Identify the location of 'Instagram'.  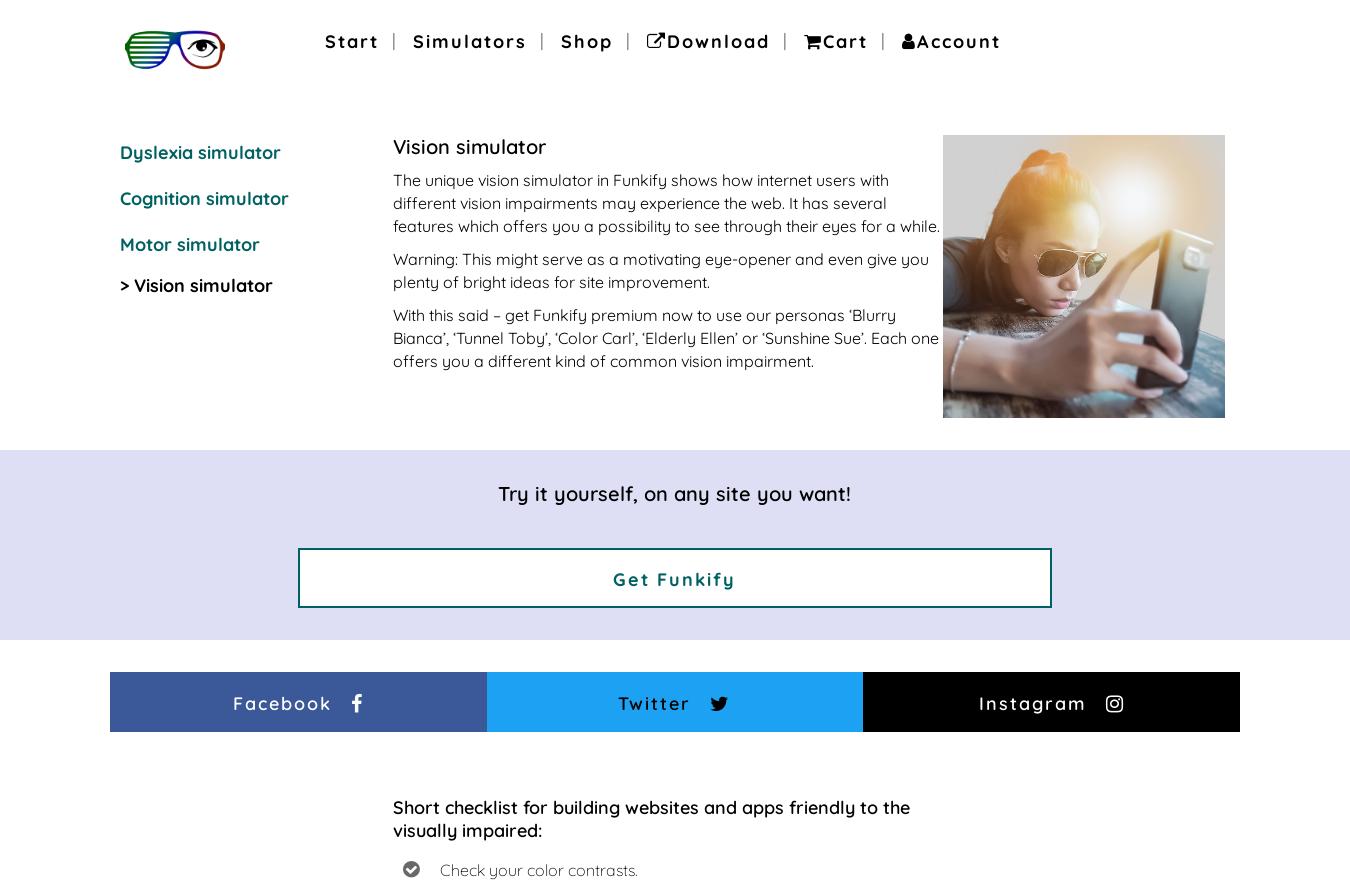
(1031, 702).